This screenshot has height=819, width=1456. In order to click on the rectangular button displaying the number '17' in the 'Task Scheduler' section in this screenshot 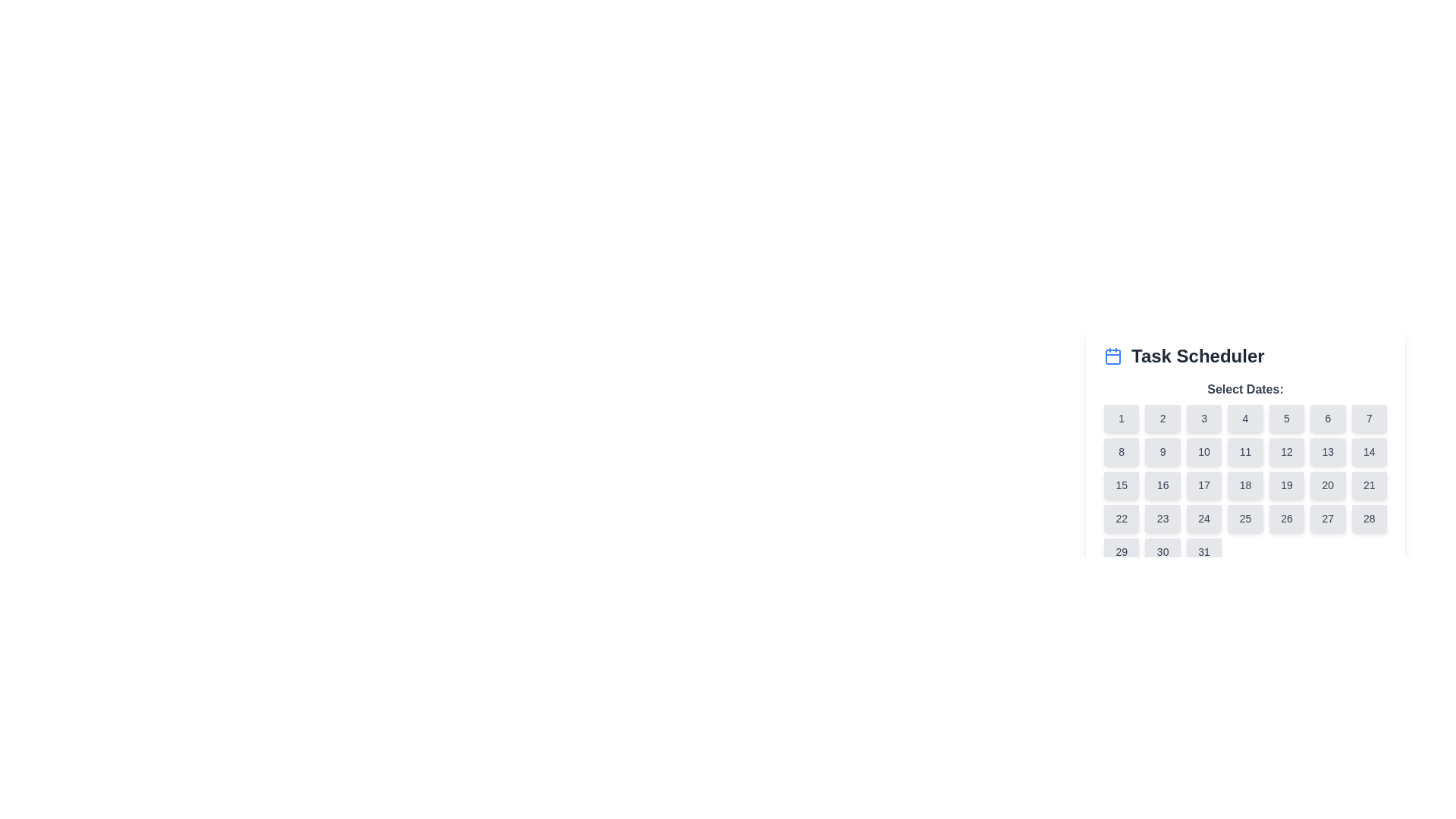, I will do `click(1203, 485)`.